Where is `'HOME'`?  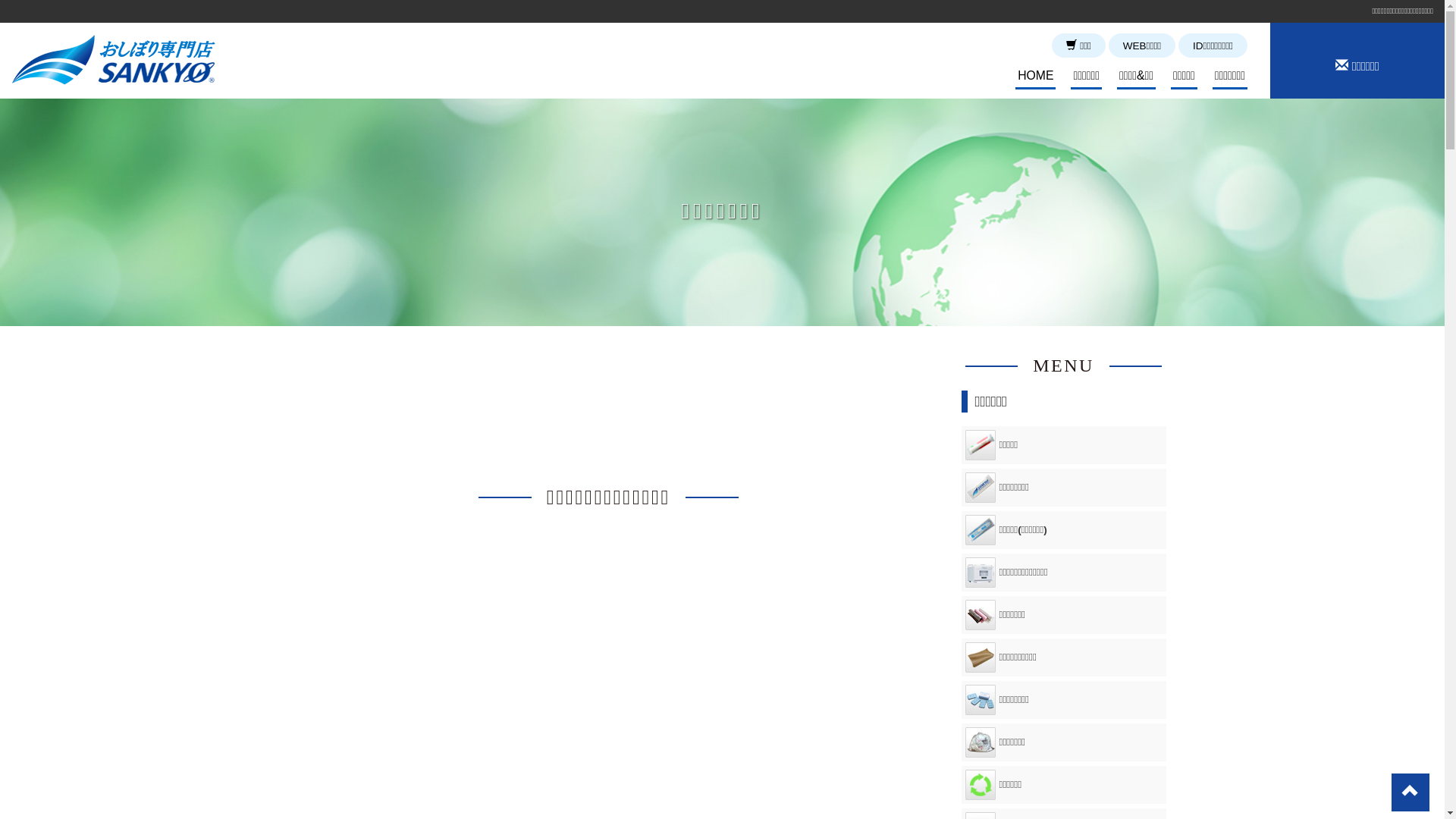
'HOME' is located at coordinates (1034, 77).